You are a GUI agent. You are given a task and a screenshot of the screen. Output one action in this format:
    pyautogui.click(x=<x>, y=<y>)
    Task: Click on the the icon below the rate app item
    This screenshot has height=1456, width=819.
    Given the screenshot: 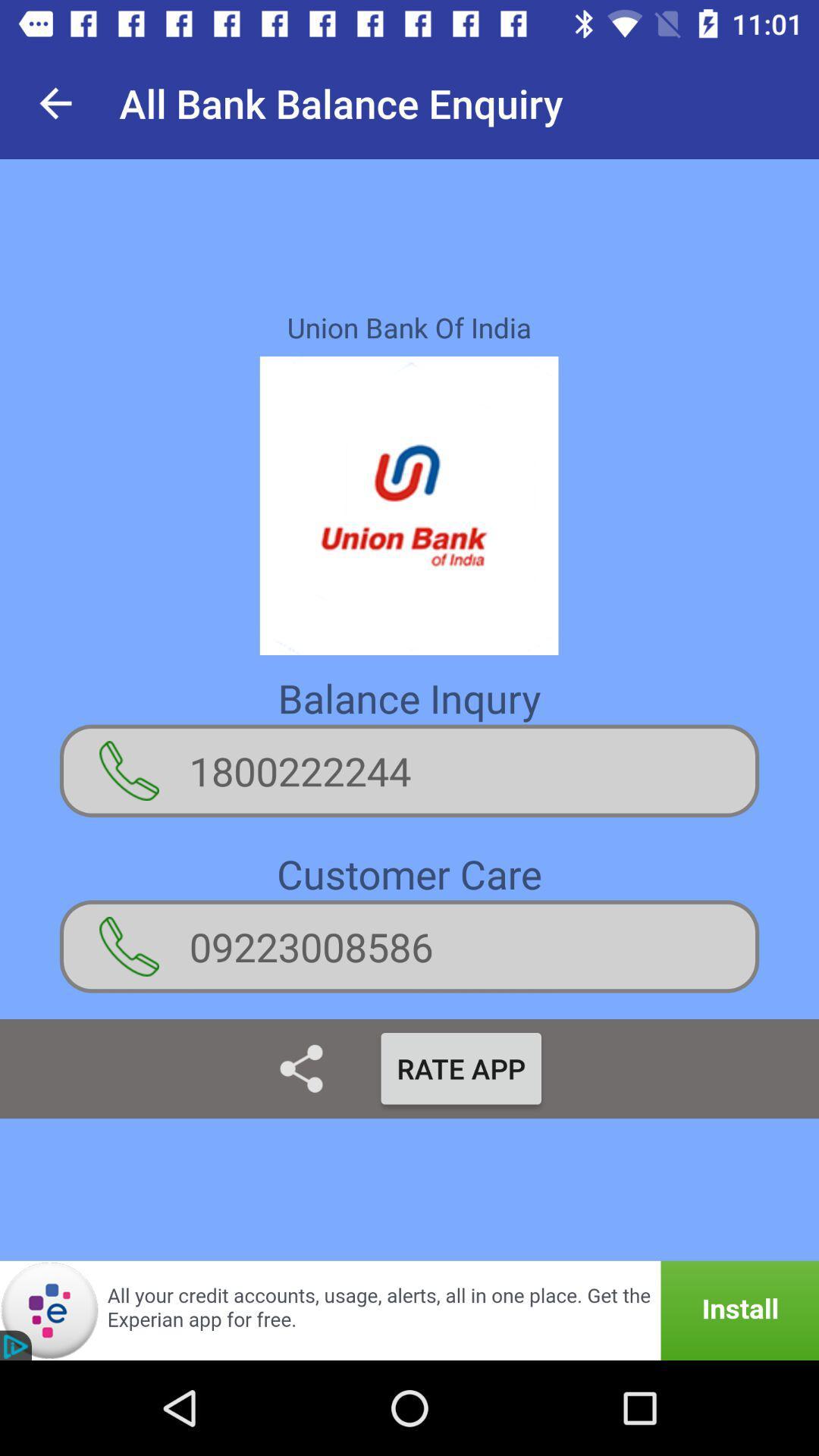 What is the action you would take?
    pyautogui.click(x=409, y=1310)
    